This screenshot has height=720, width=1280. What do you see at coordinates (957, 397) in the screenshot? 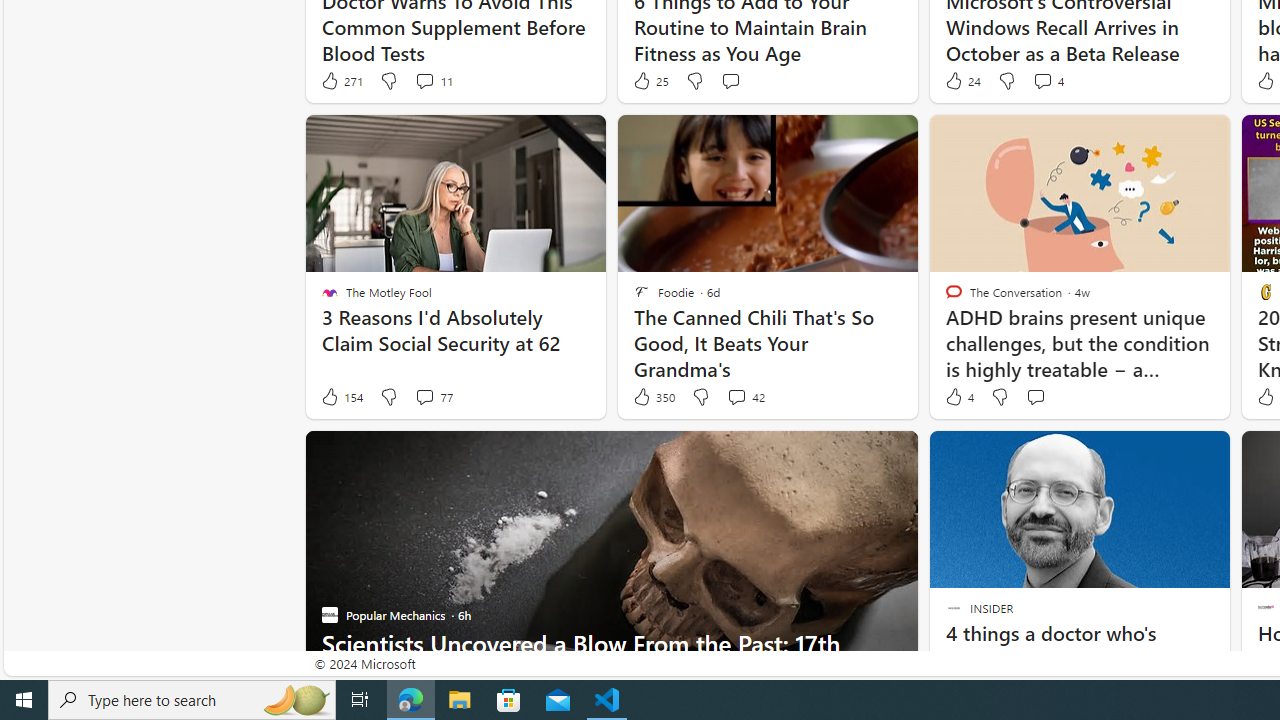
I see `'4 Like'` at bounding box center [957, 397].